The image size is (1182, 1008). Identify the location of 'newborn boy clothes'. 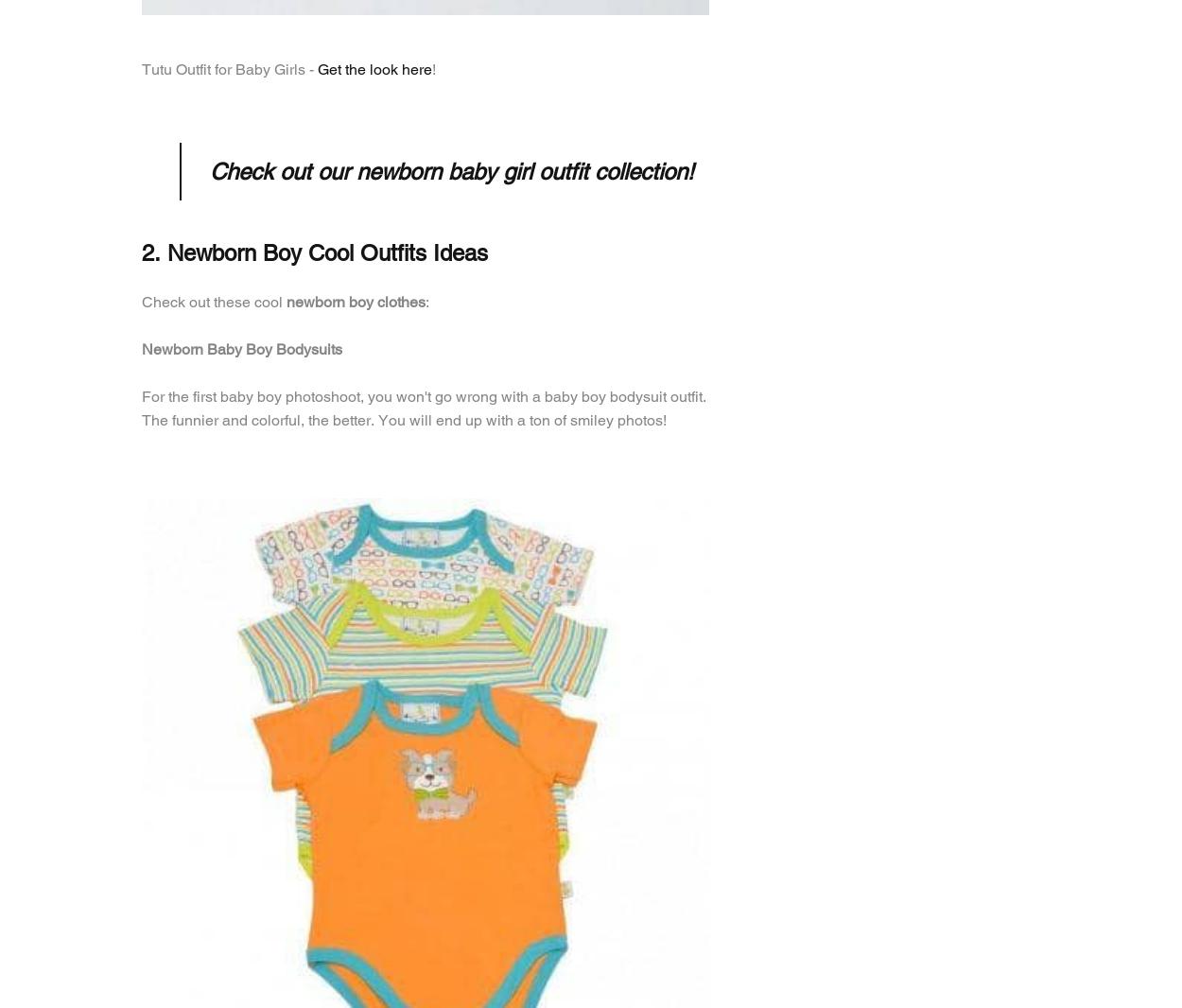
(356, 302).